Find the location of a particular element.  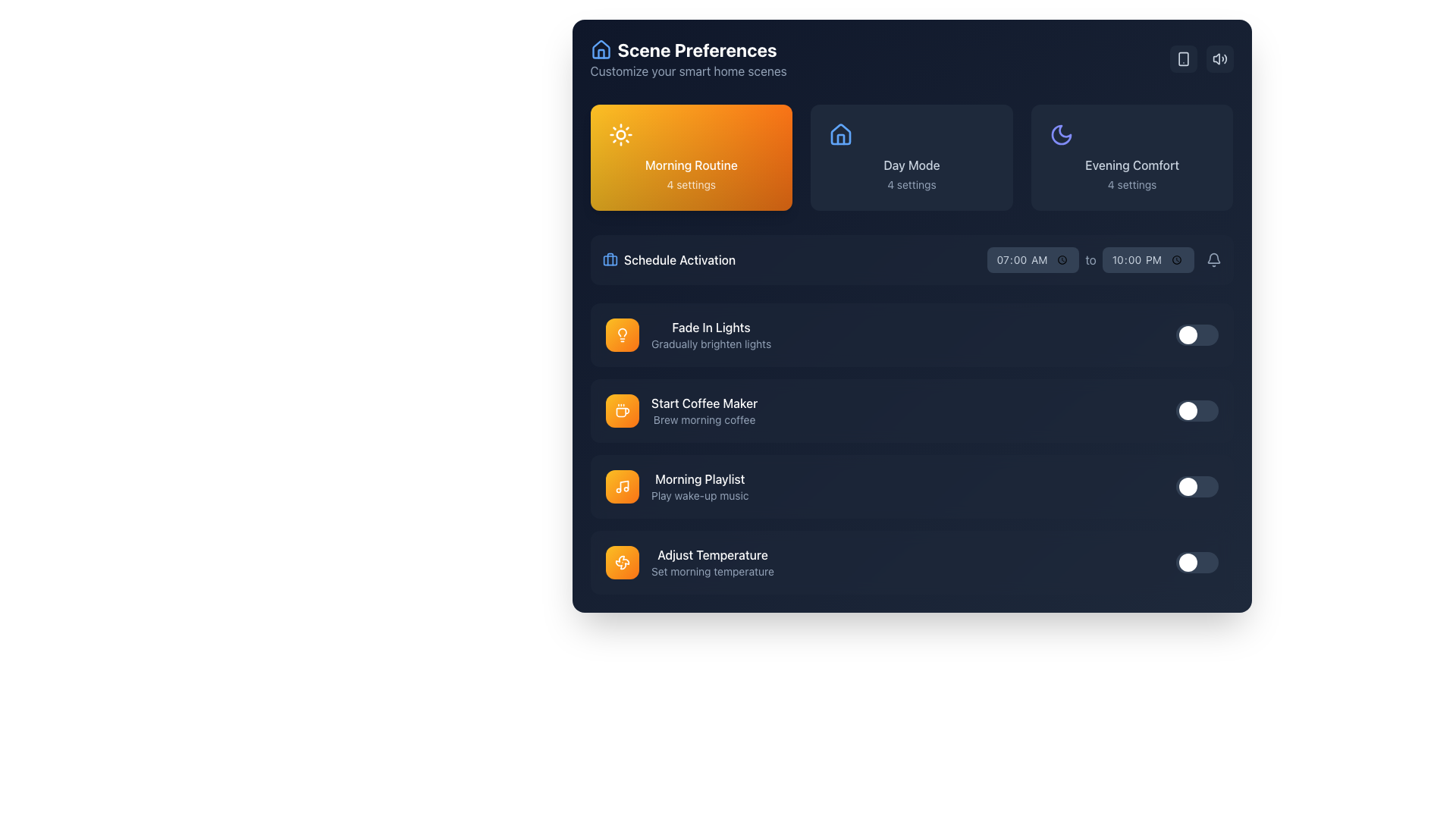

the 'Scene Preferences' icon located at the upper-left corner of its title area is located at coordinates (600, 49).